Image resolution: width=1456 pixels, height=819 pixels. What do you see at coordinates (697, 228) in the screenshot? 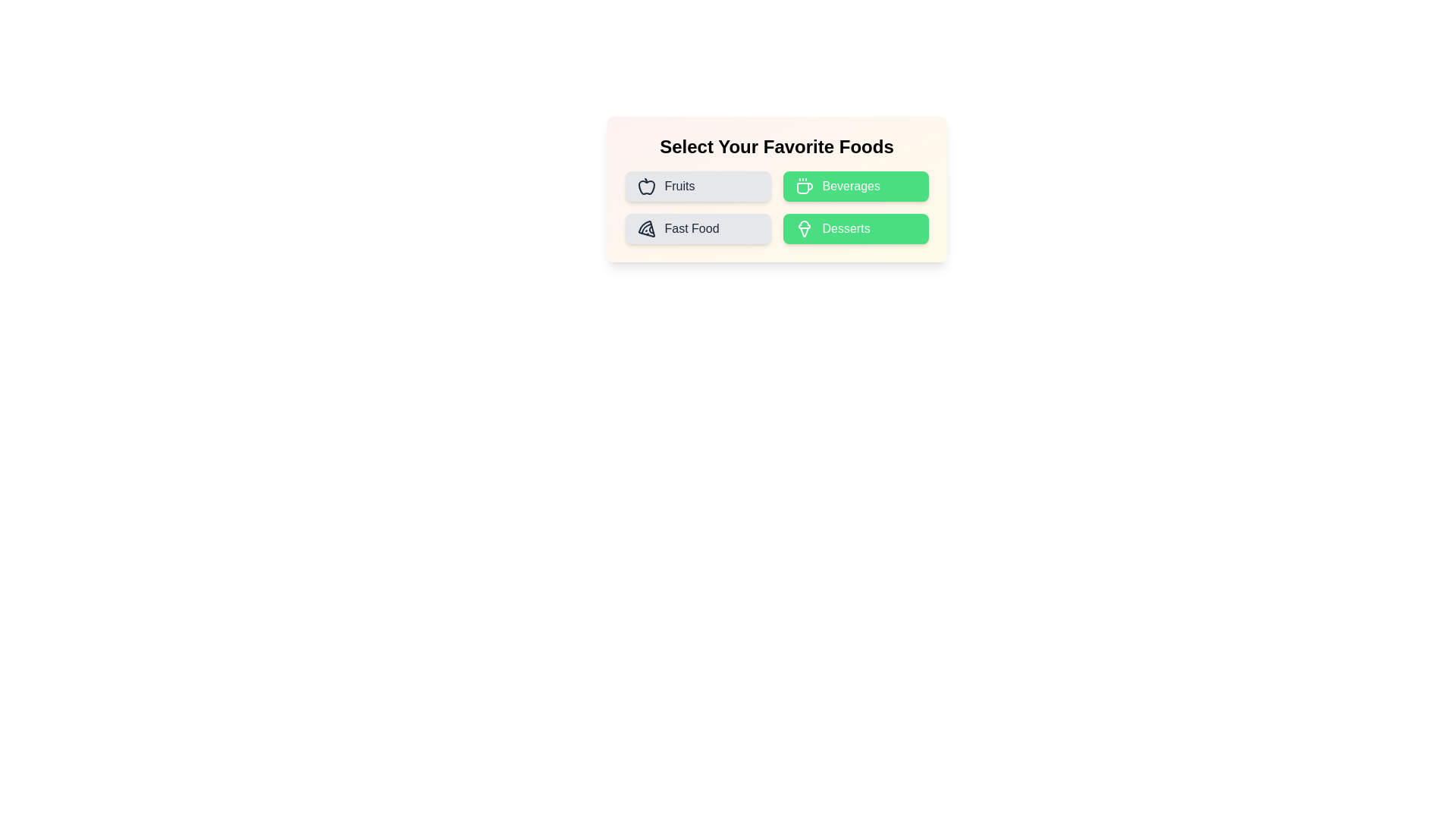
I see `the Fast Food button to inspect its icon and label` at bounding box center [697, 228].